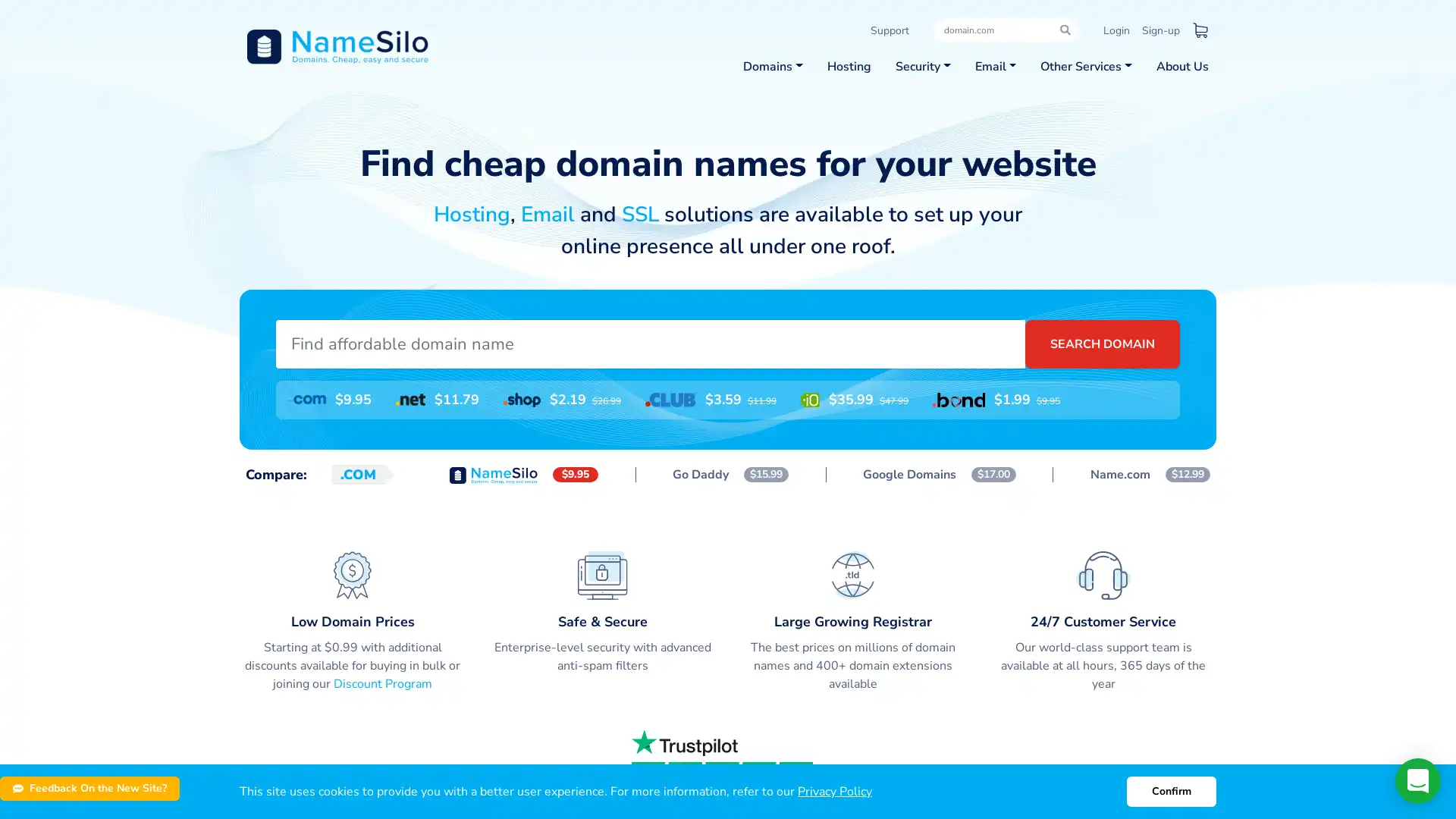 Image resolution: width=1456 pixels, height=819 pixels. What do you see at coordinates (1103, 343) in the screenshot?
I see `SEARCH DOMAIN` at bounding box center [1103, 343].